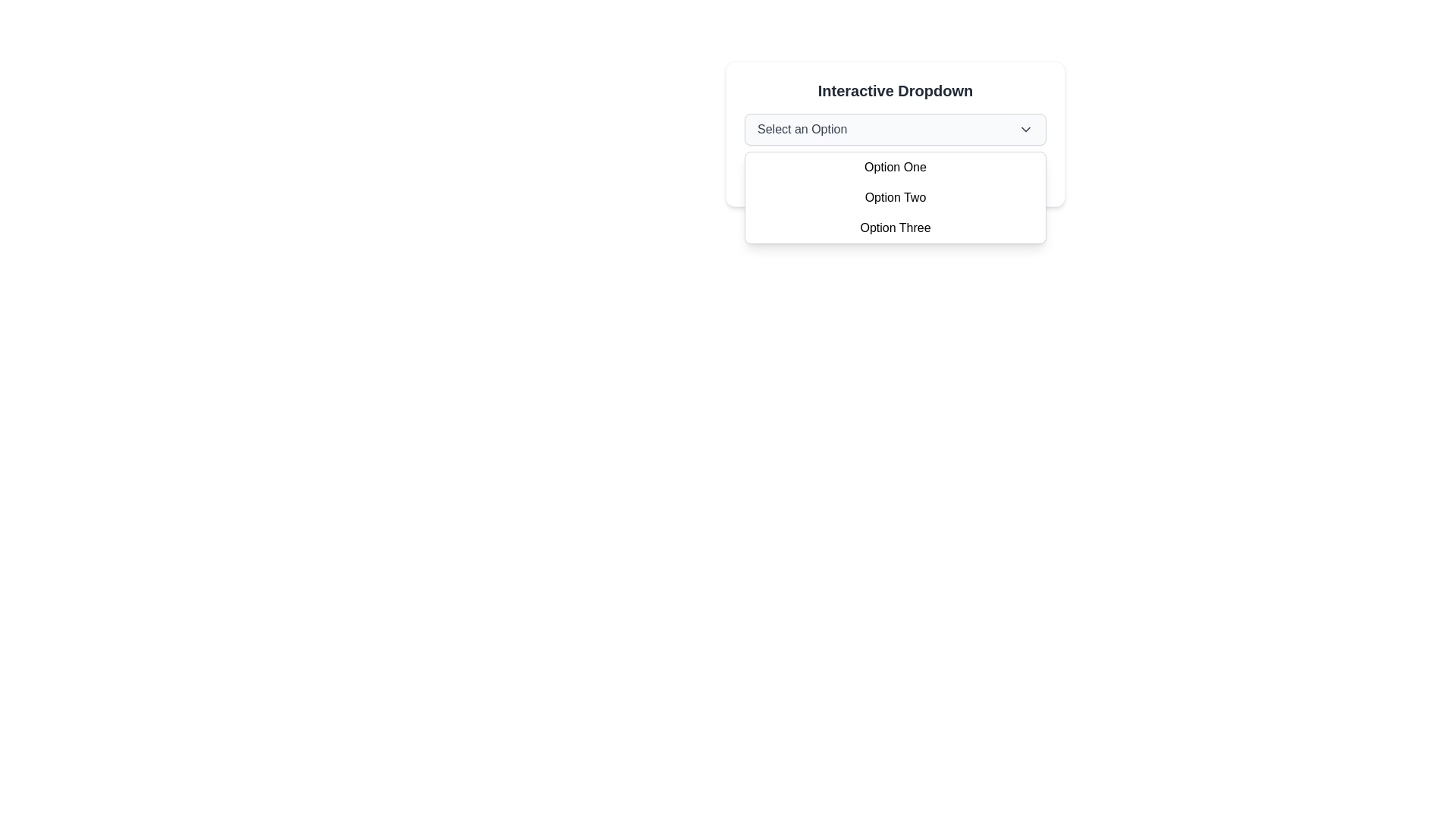  What do you see at coordinates (895, 197) in the screenshot?
I see `the second option labeled 'Option Two' in the dropdown menu` at bounding box center [895, 197].